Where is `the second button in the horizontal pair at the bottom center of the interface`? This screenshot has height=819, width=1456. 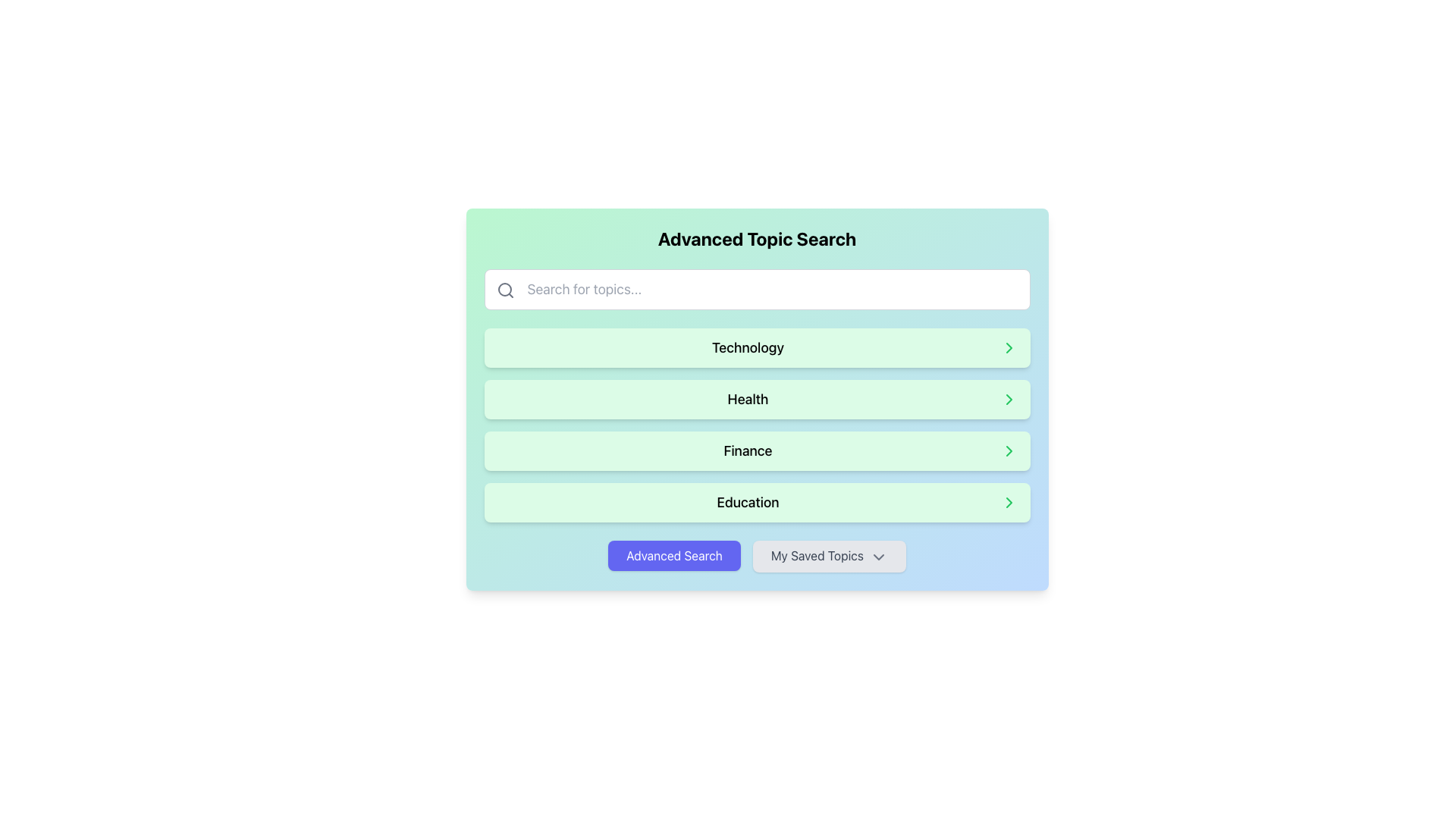 the second button in the horizontal pair at the bottom center of the interface is located at coordinates (828, 556).